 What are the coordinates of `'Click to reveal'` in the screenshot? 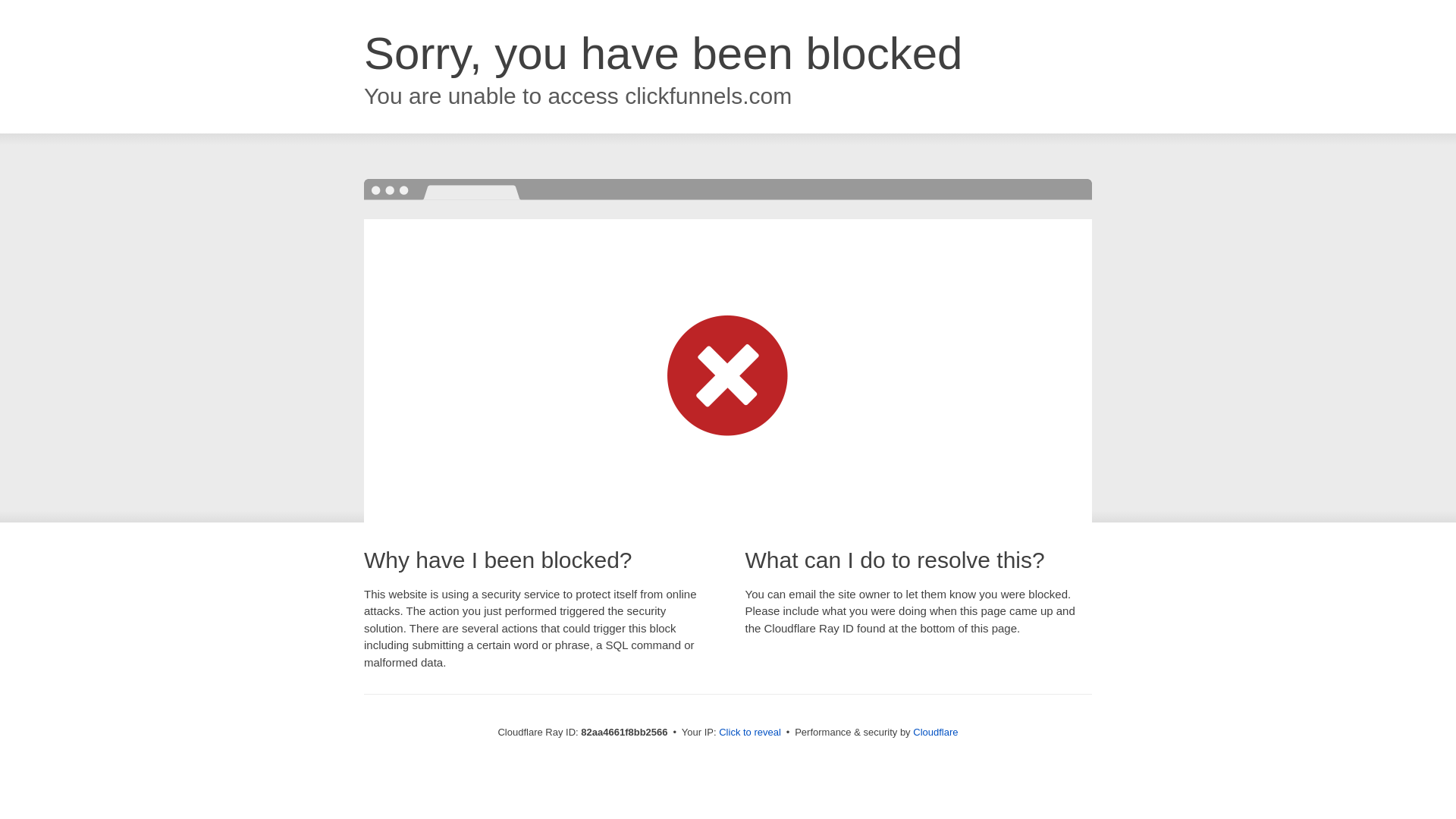 It's located at (749, 731).